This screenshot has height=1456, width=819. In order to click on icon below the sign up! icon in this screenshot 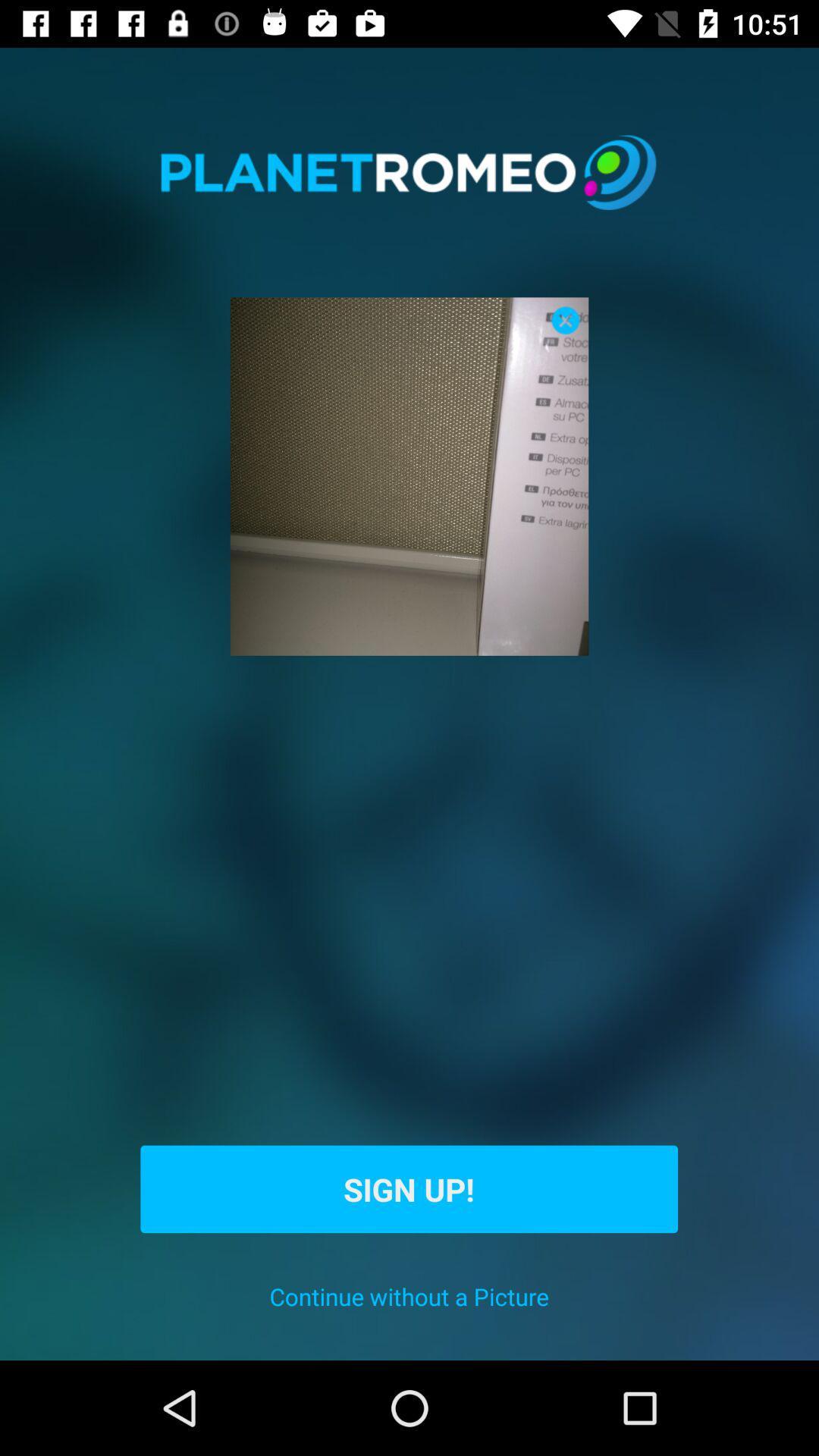, I will do `click(408, 1295)`.